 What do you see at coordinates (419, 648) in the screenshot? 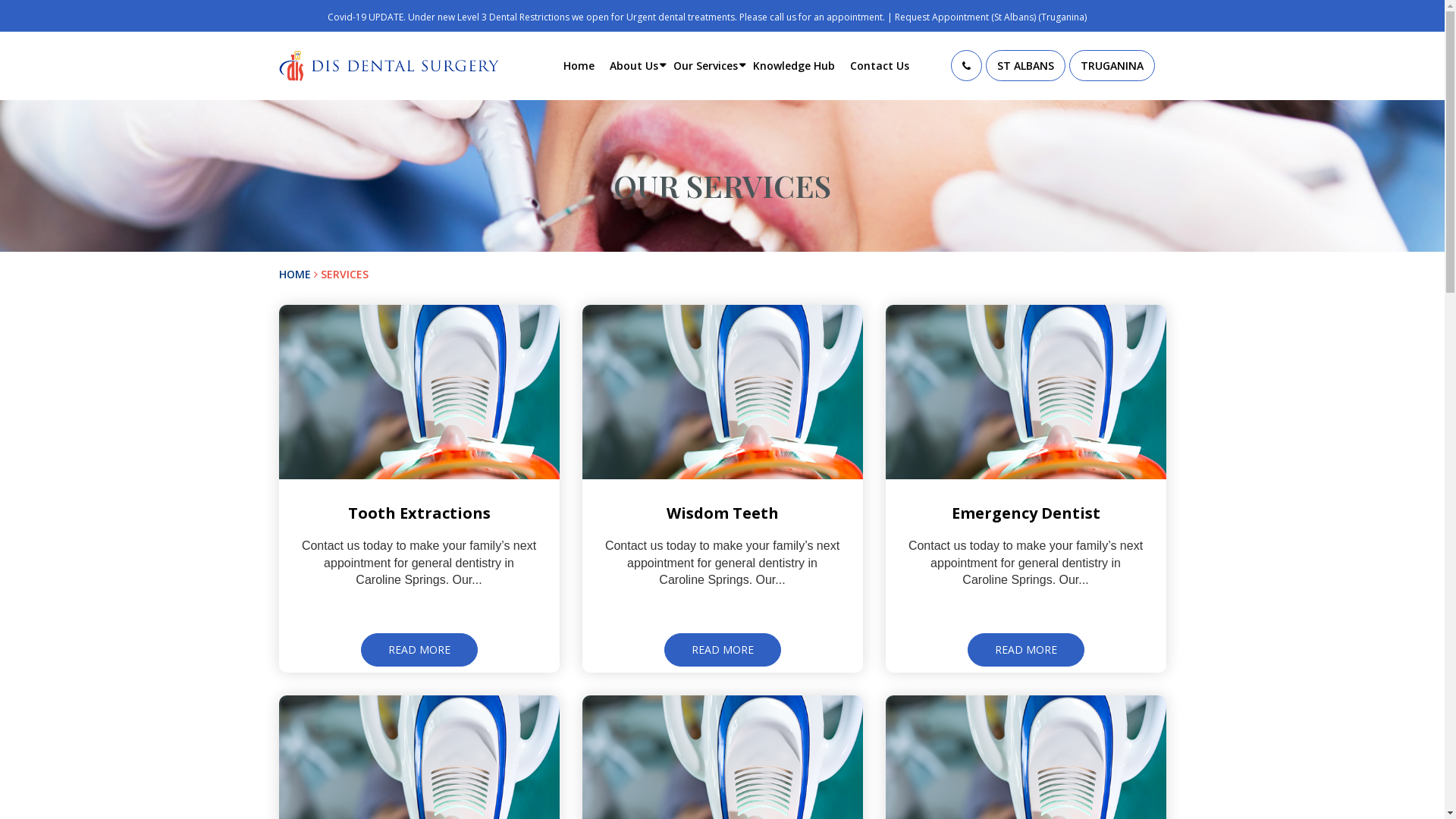
I see `'READ MORE'` at bounding box center [419, 648].